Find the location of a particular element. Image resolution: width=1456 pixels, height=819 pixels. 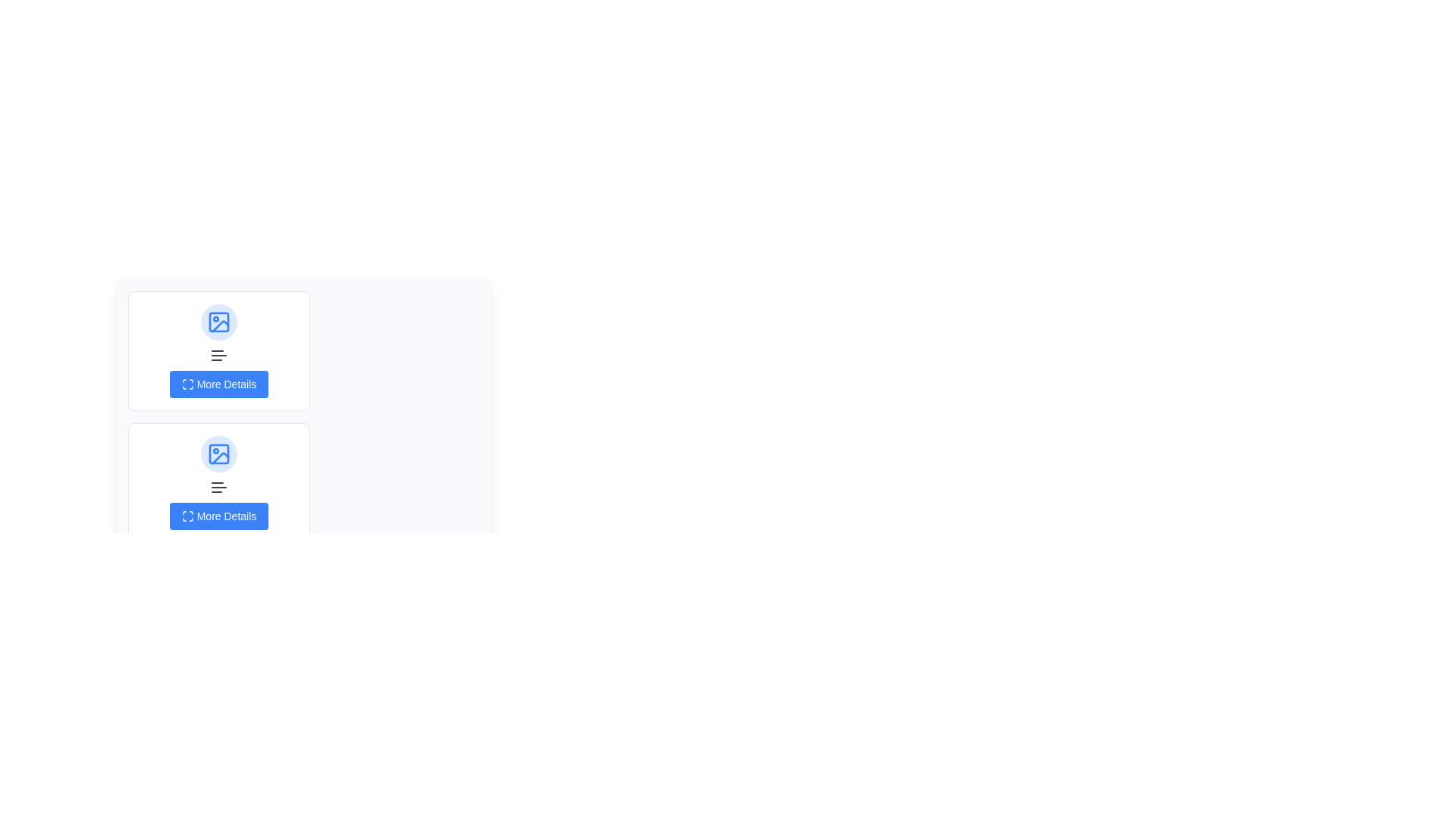

the button at the bottom center of the card for 'Item 1' is located at coordinates (218, 383).